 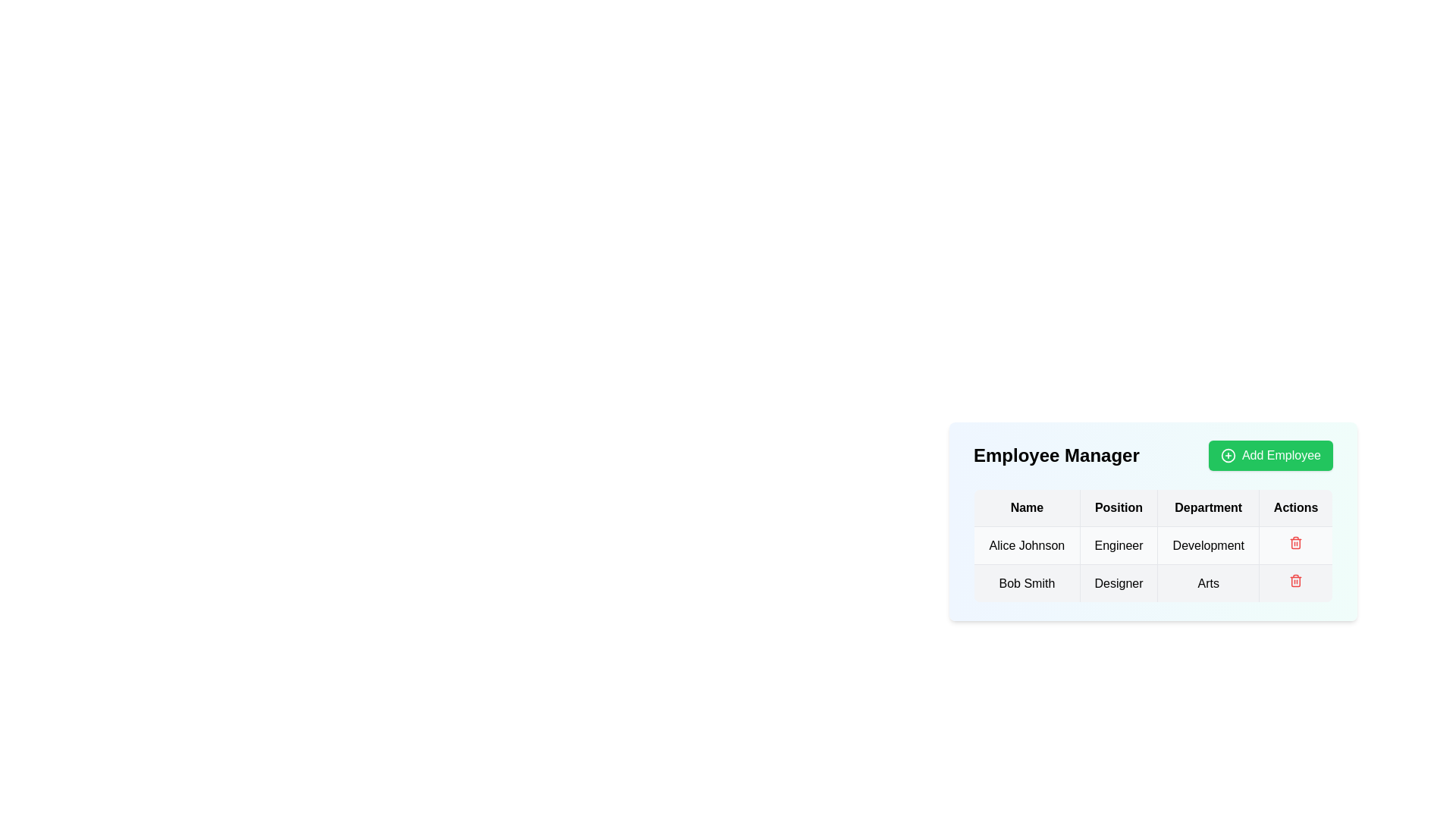 What do you see at coordinates (1027, 582) in the screenshot?
I see `the Text label in the second row of the 'Name' column, which identifies an individual in a table listing` at bounding box center [1027, 582].